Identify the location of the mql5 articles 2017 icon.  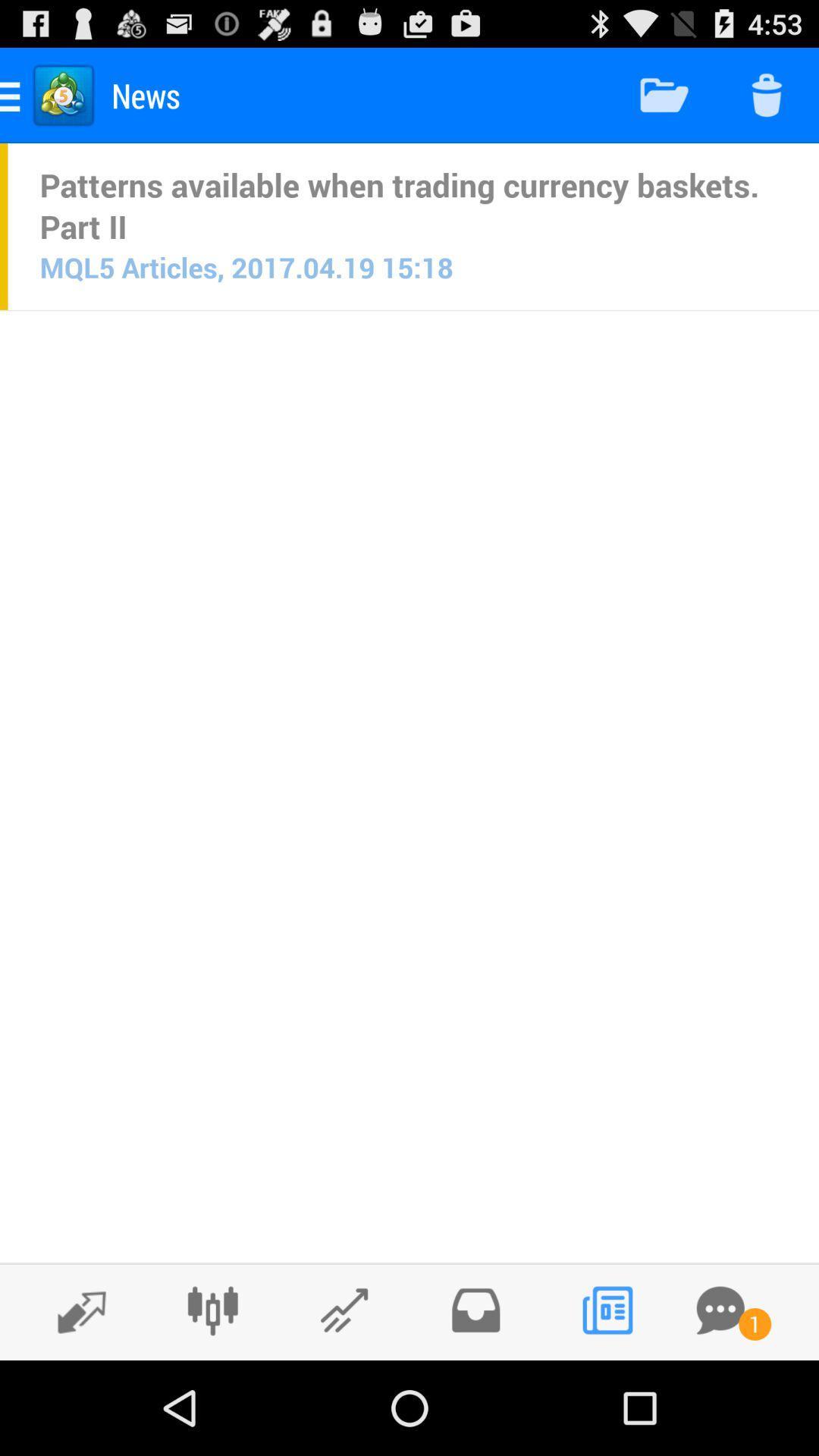
(246, 267).